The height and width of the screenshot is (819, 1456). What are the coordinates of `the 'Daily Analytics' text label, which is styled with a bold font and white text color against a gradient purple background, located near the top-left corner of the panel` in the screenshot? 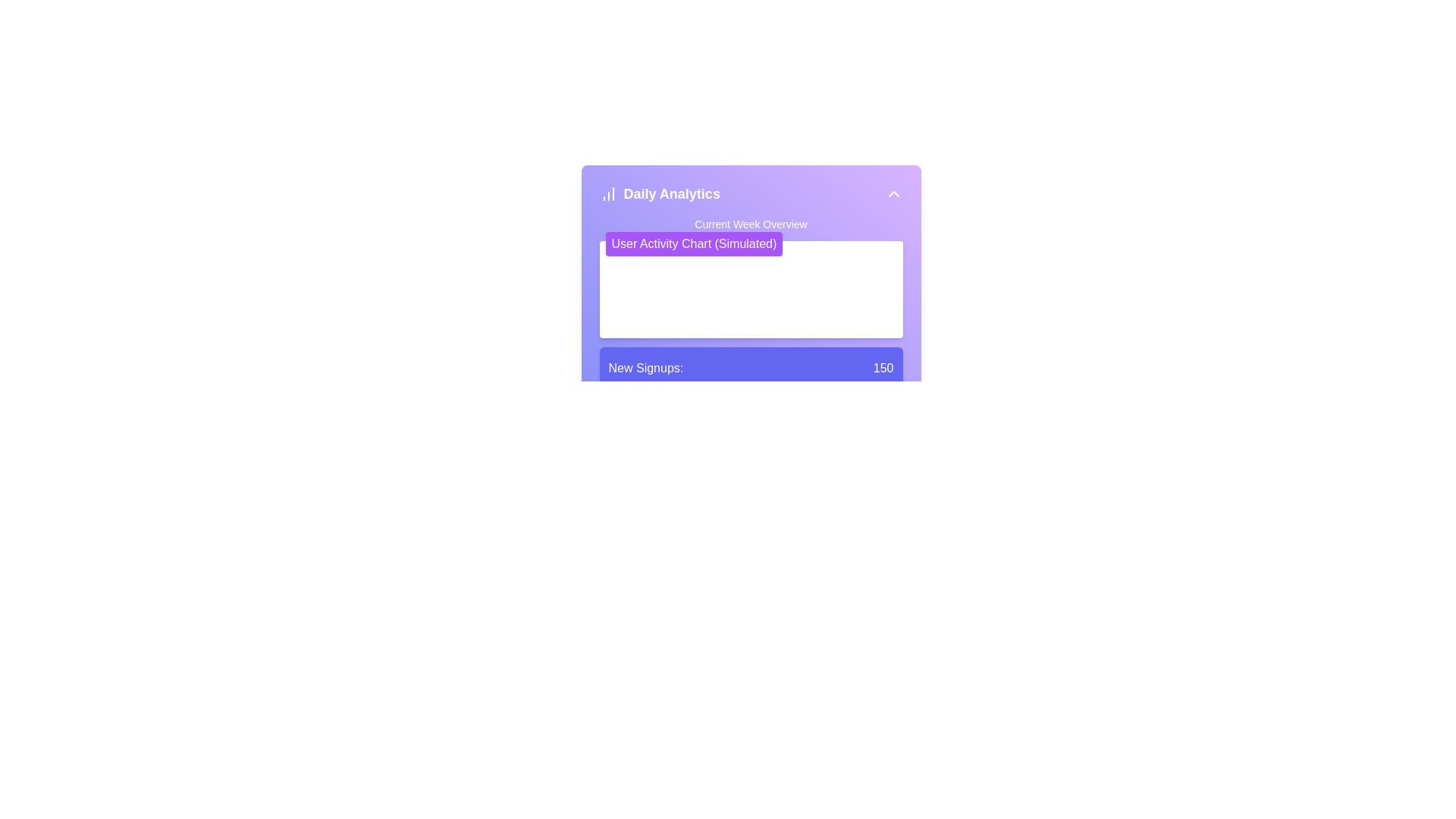 It's located at (671, 193).